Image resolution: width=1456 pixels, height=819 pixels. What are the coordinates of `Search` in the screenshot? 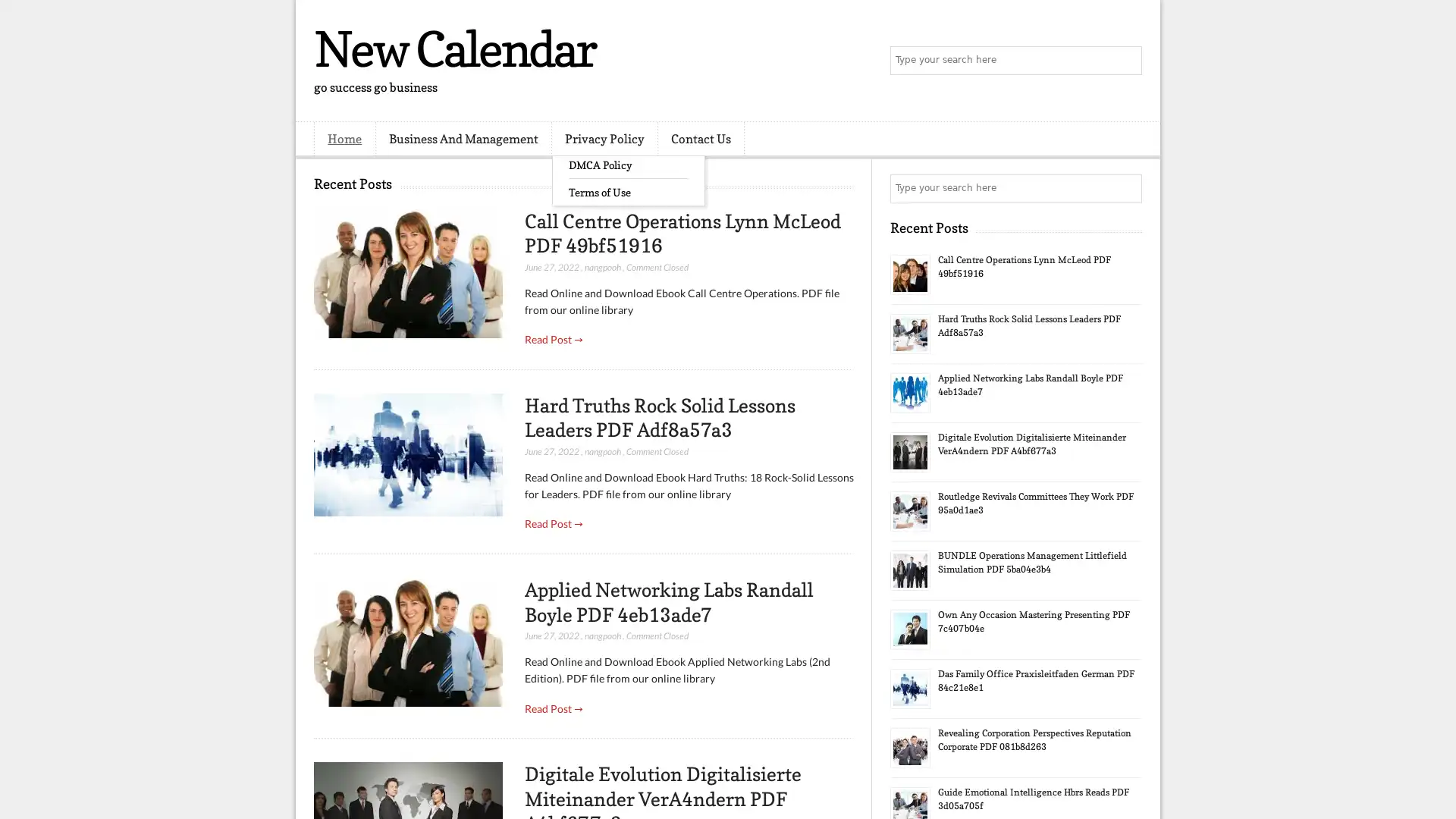 It's located at (1126, 61).